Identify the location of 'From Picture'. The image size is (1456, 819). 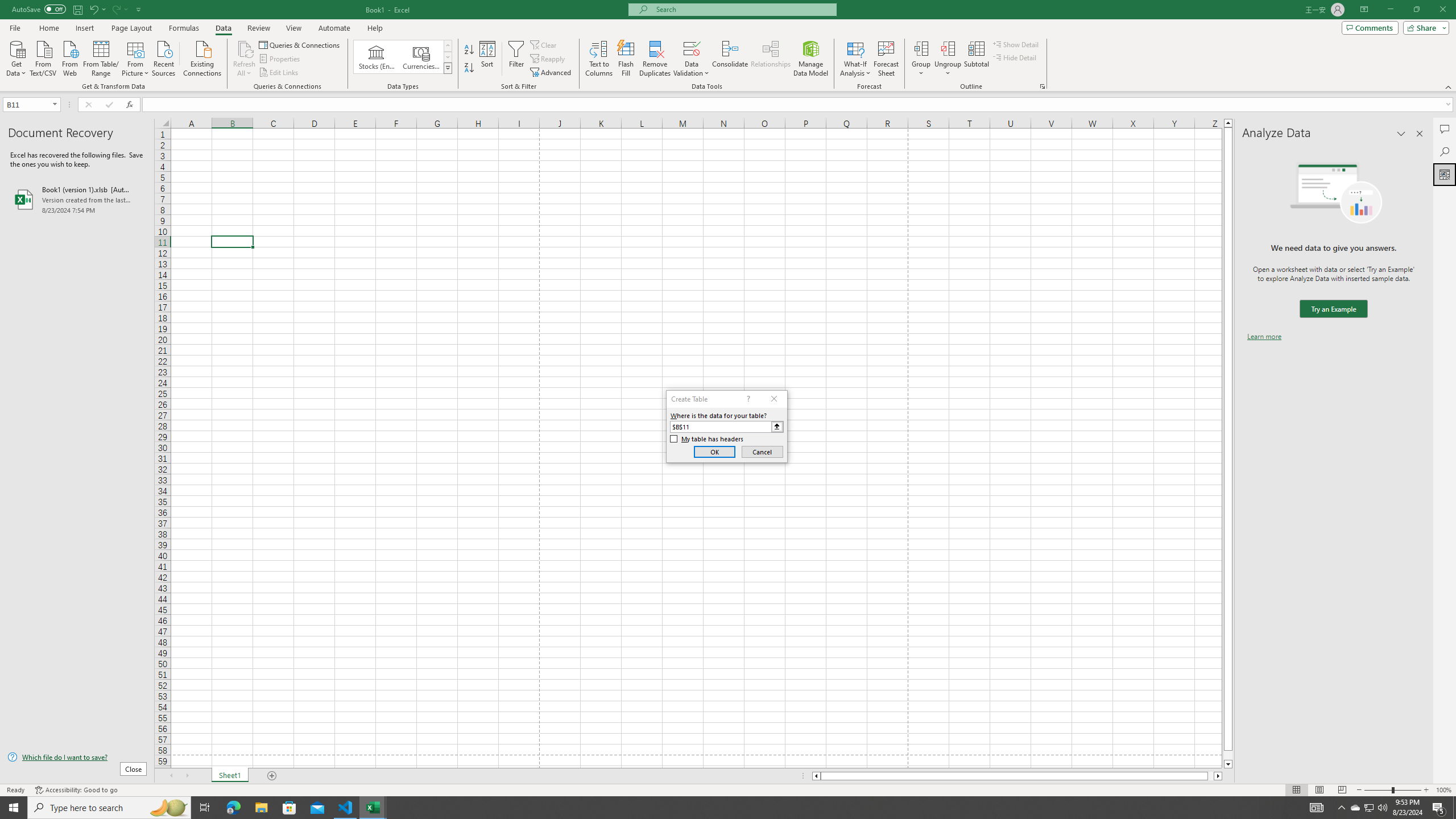
(136, 57).